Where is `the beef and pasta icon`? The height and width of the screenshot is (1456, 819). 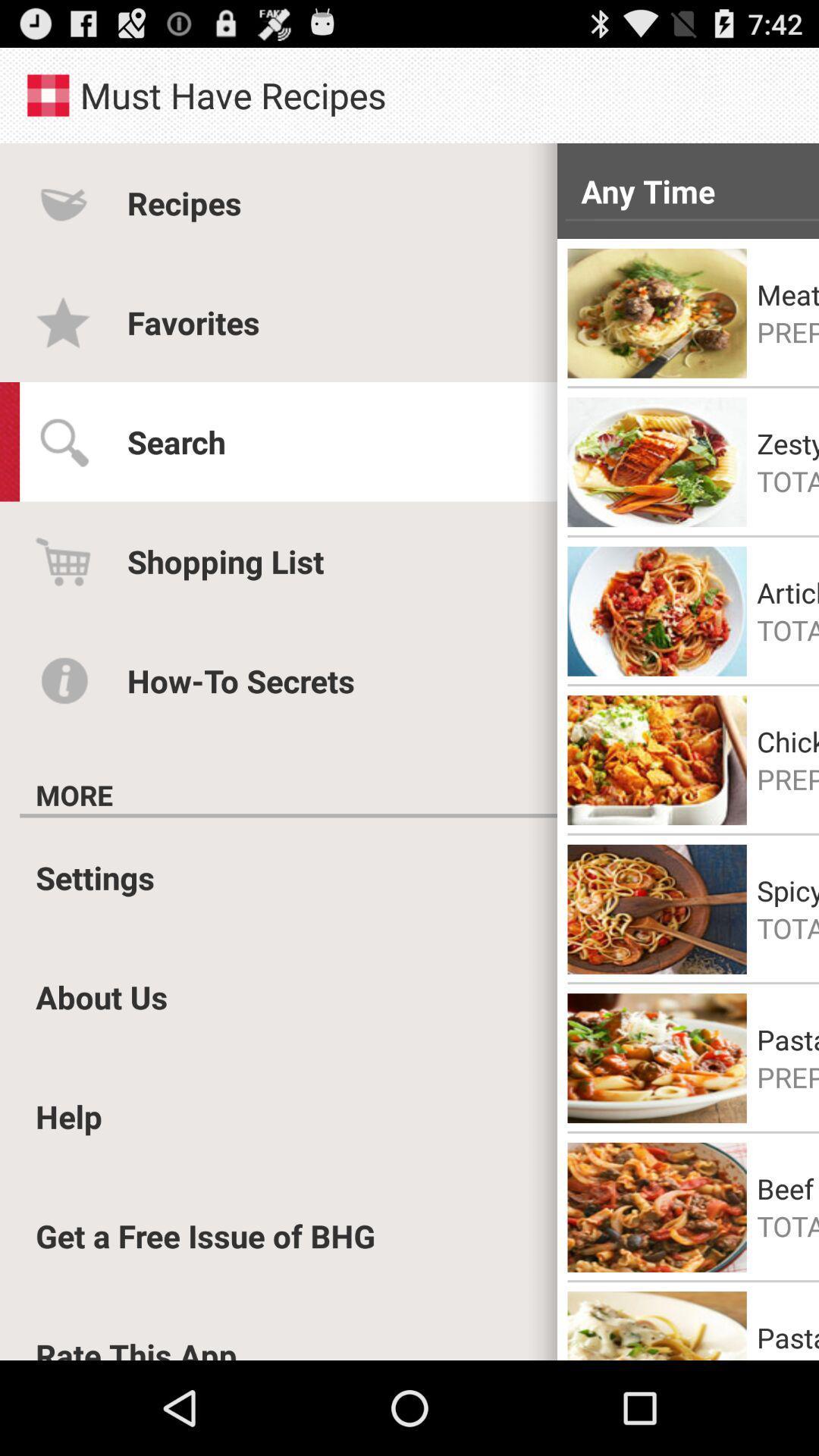
the beef and pasta icon is located at coordinates (787, 1188).